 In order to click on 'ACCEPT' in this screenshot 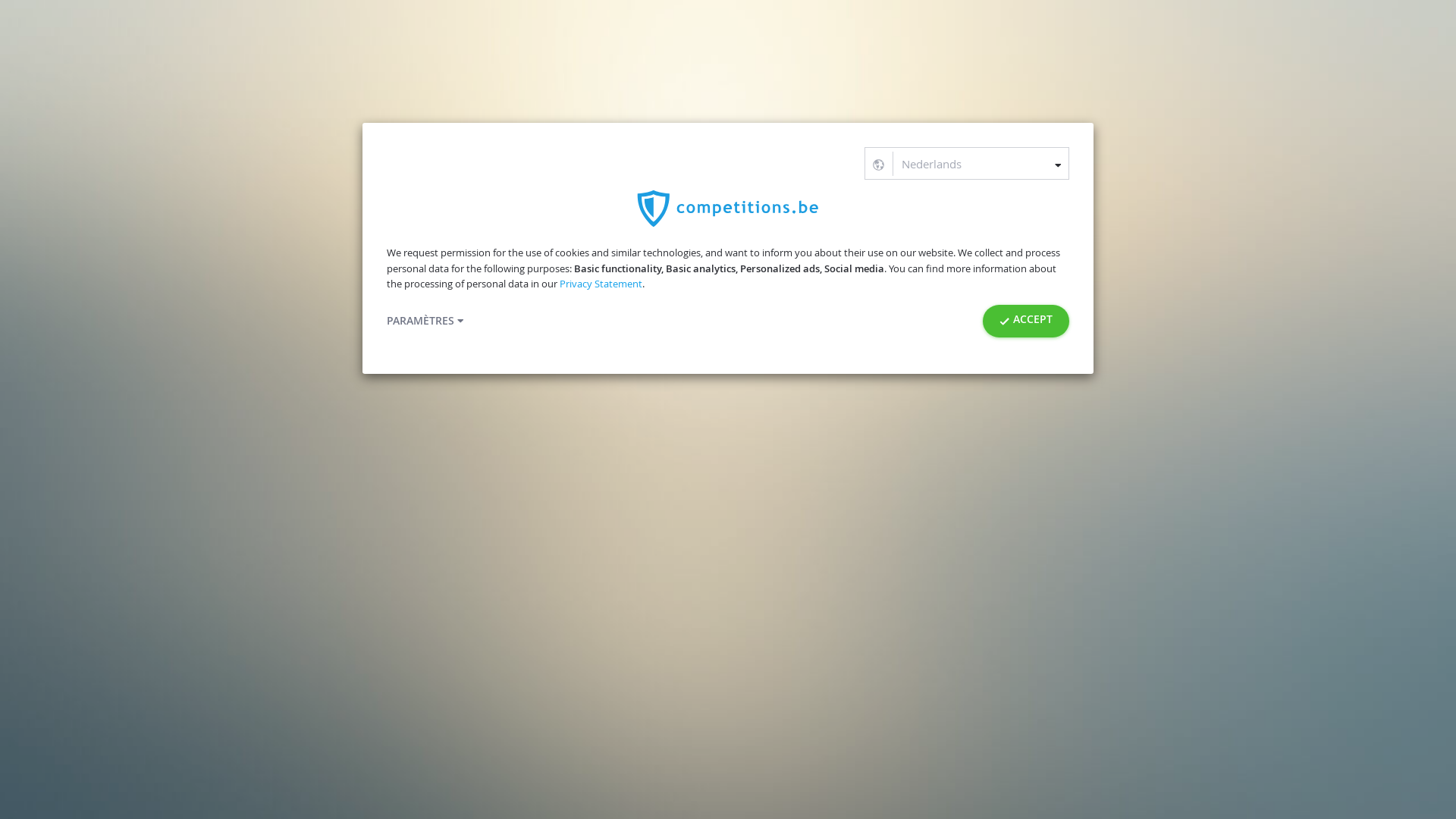, I will do `click(1026, 320)`.